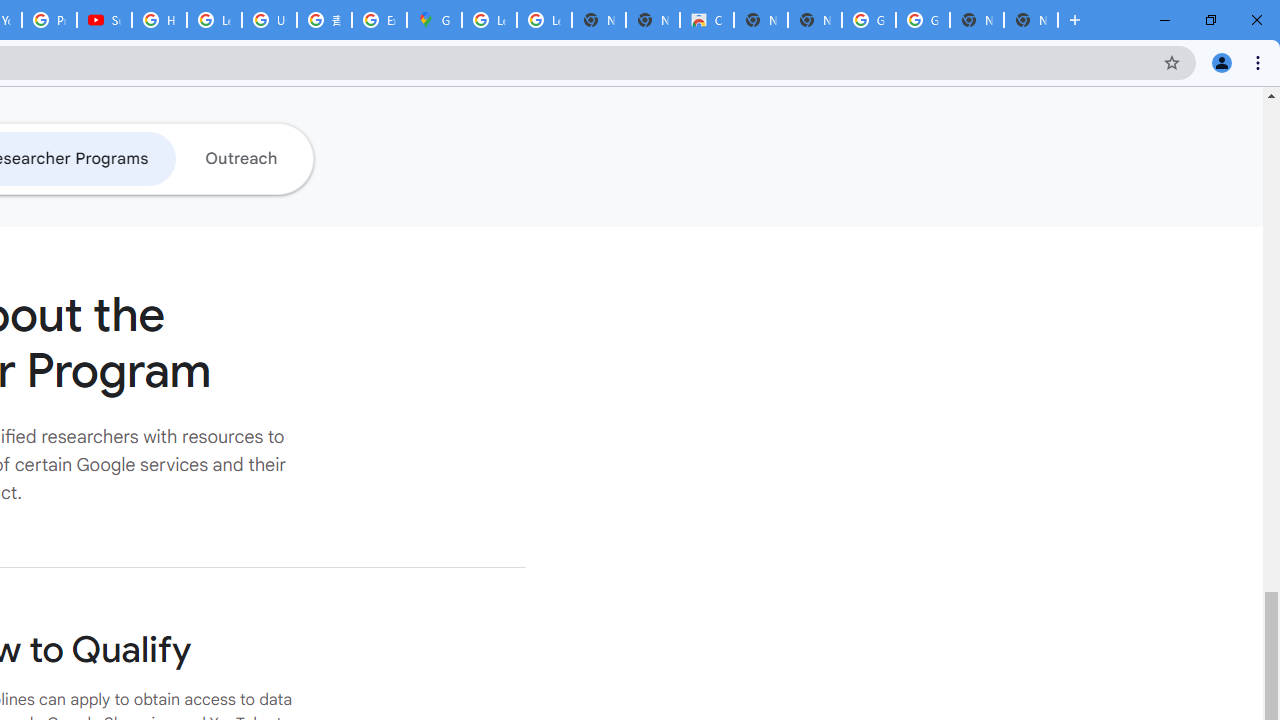 This screenshot has height=720, width=1280. Describe the element at coordinates (921, 20) in the screenshot. I see `'Google Images'` at that location.